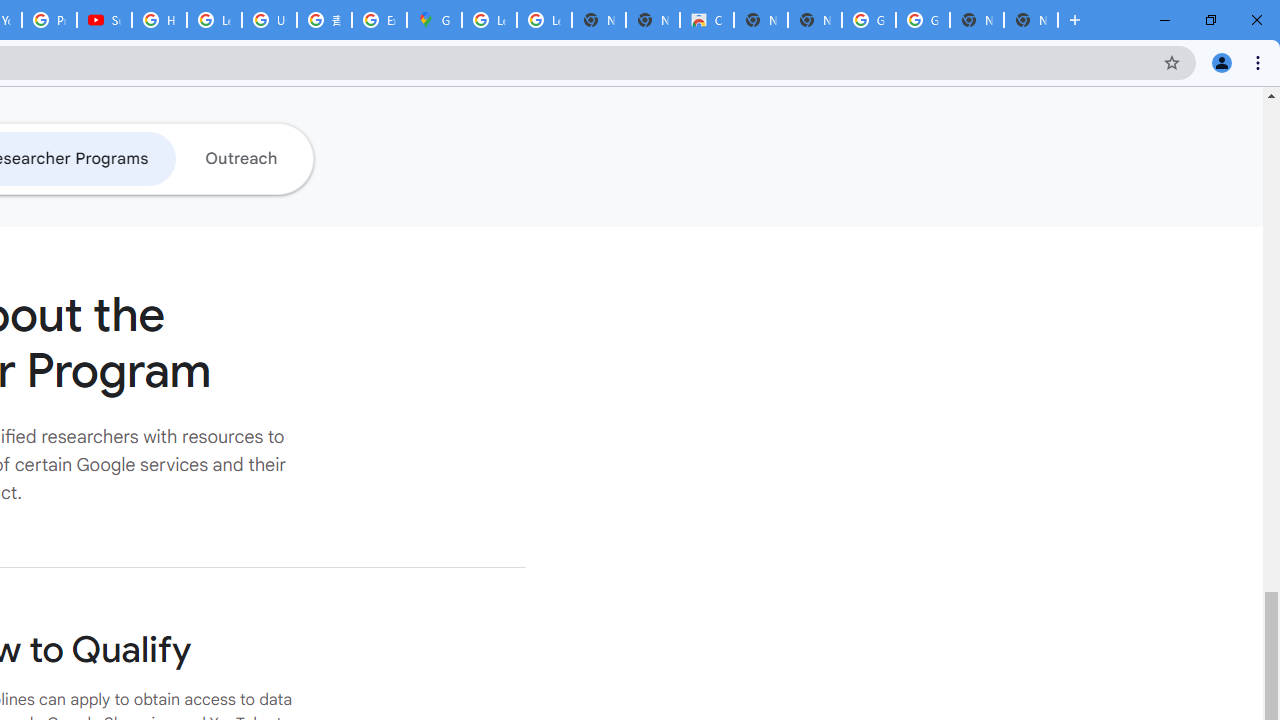 This screenshot has height=720, width=1280. Describe the element at coordinates (921, 20) in the screenshot. I see `'Google Images'` at that location.